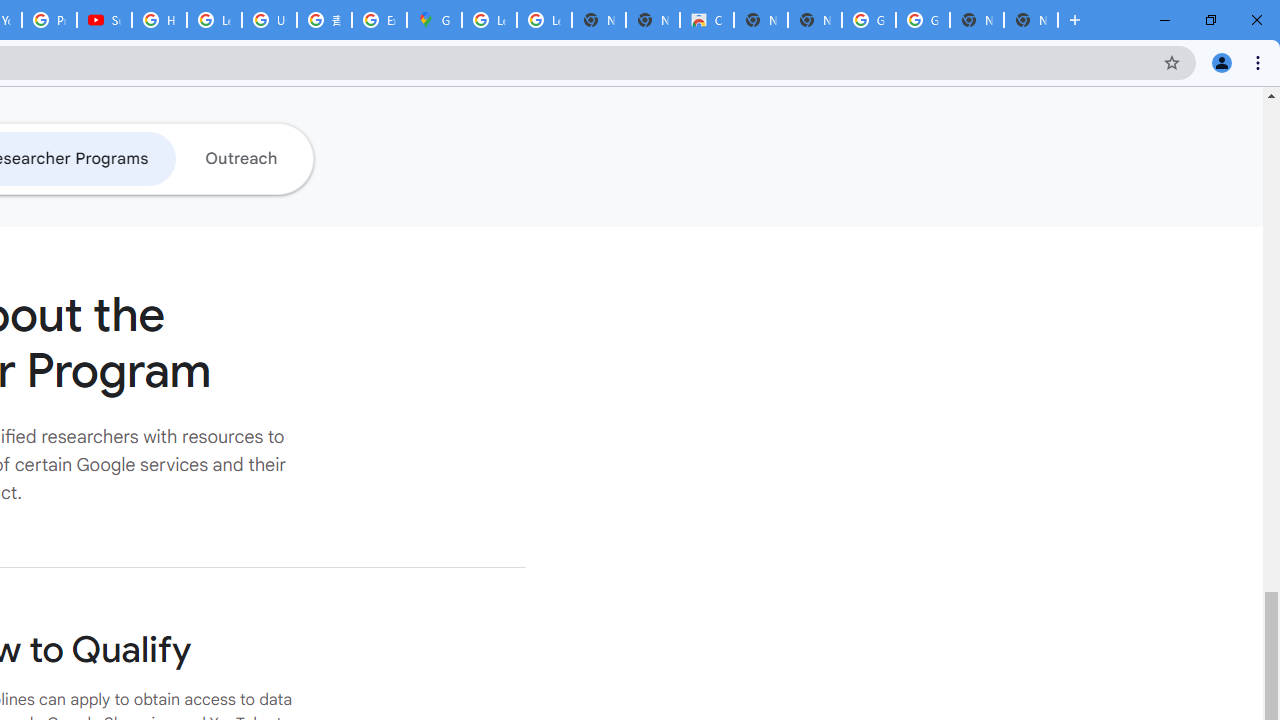 This screenshot has height=720, width=1280. Describe the element at coordinates (921, 20) in the screenshot. I see `'Google Images'` at that location.